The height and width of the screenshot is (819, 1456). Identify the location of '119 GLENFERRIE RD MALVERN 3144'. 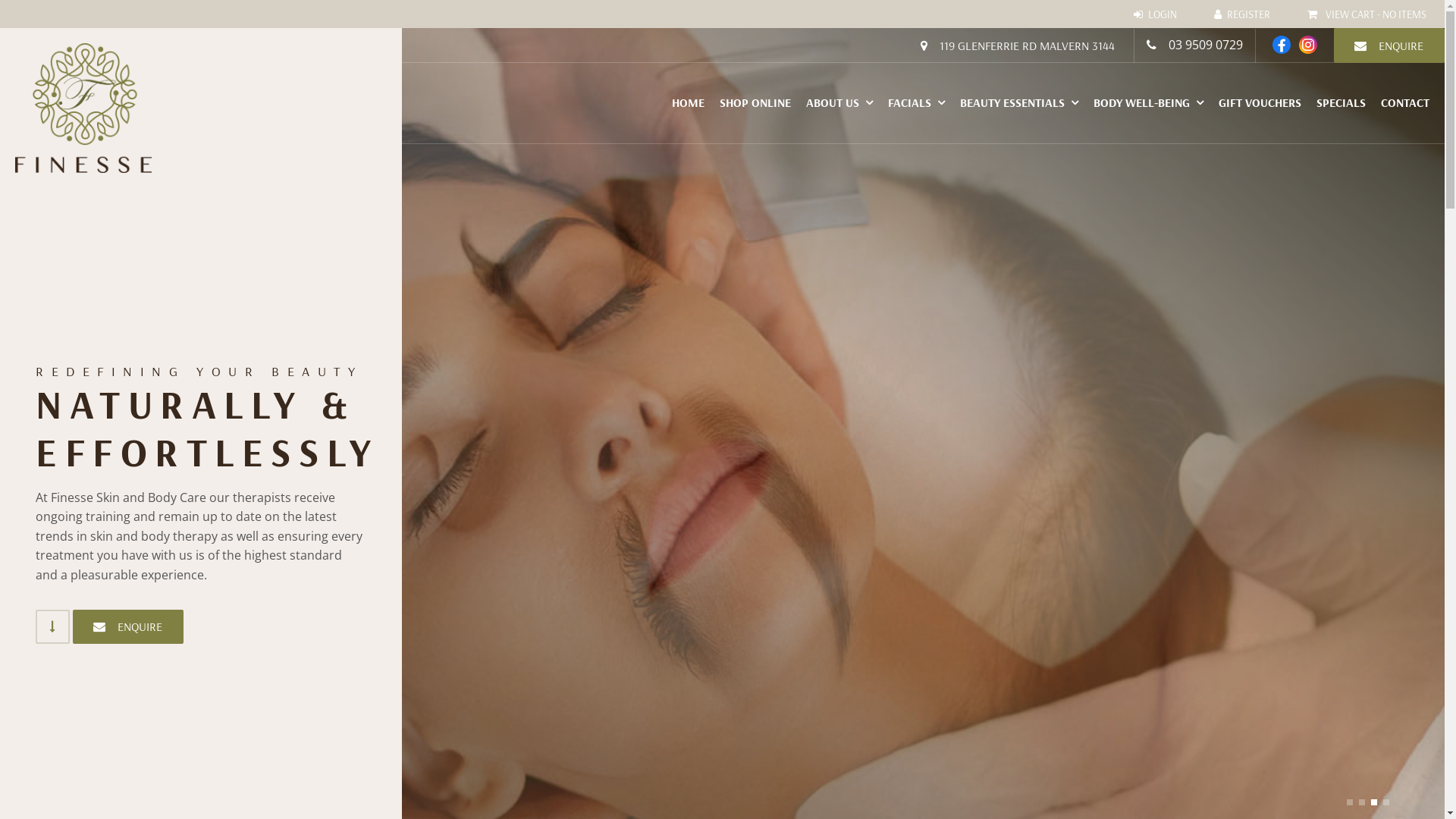
(1017, 45).